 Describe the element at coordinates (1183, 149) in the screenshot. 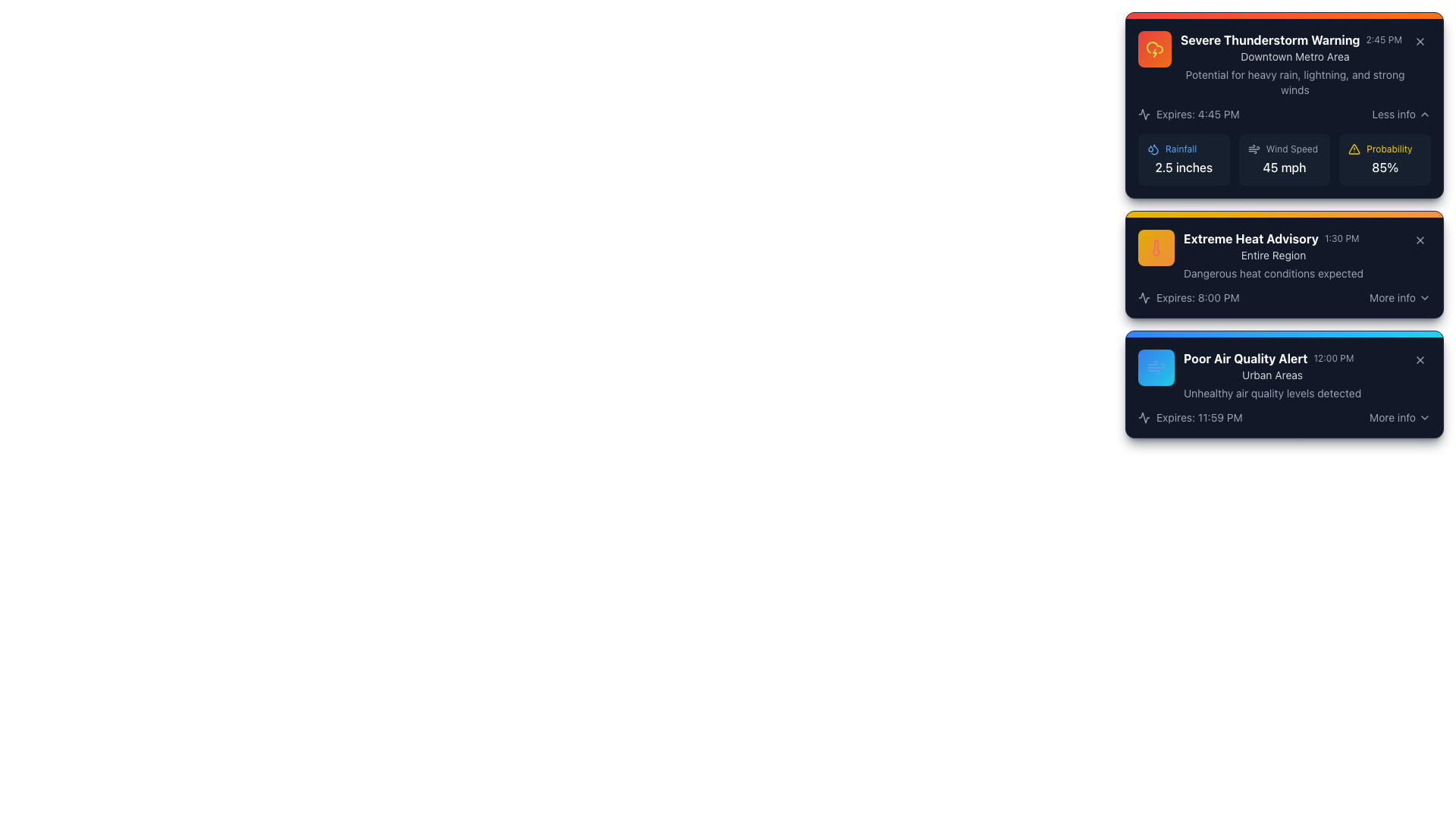

I see `static text label for precipitation information located in the upper section of the 'Severe Thunderstorm Warning' card, which indicates '2.5 inches' of rainfall` at that location.